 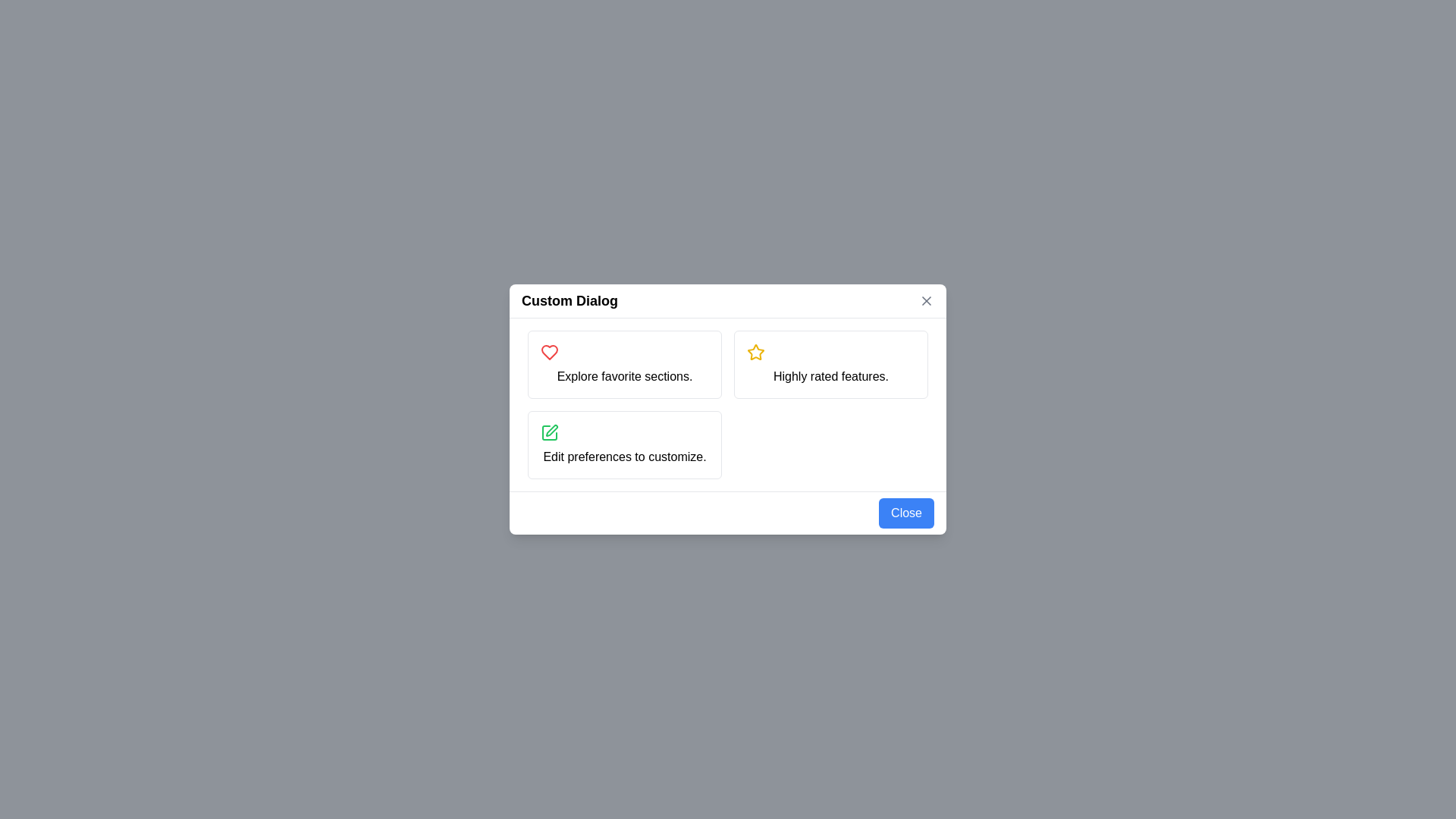 I want to click on the blue 'Close' button with rounded edges located in the bottom-right corner of the dialog box, so click(x=906, y=513).